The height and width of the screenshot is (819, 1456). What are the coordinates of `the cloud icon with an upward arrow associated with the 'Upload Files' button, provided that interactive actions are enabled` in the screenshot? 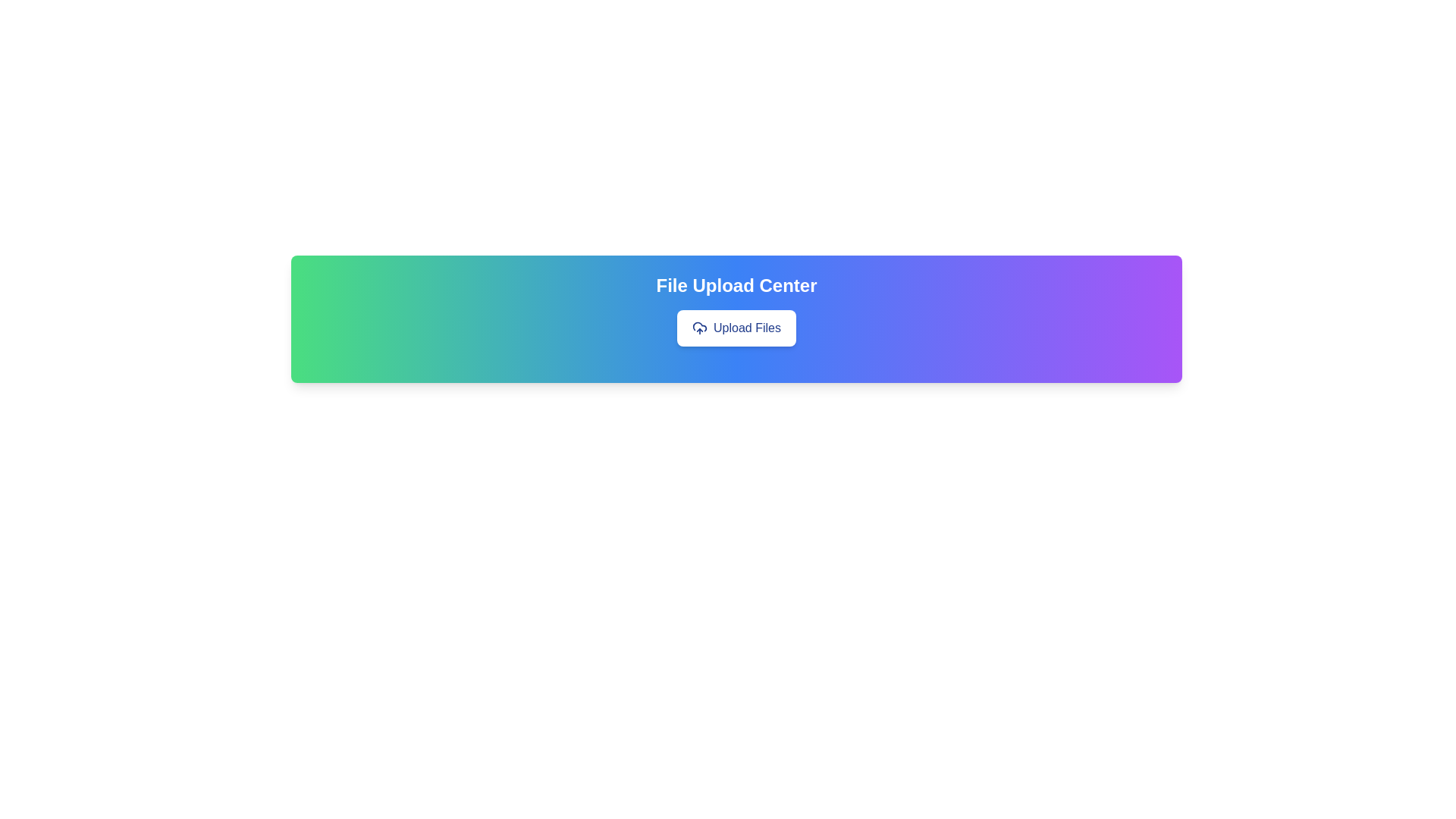 It's located at (698, 327).